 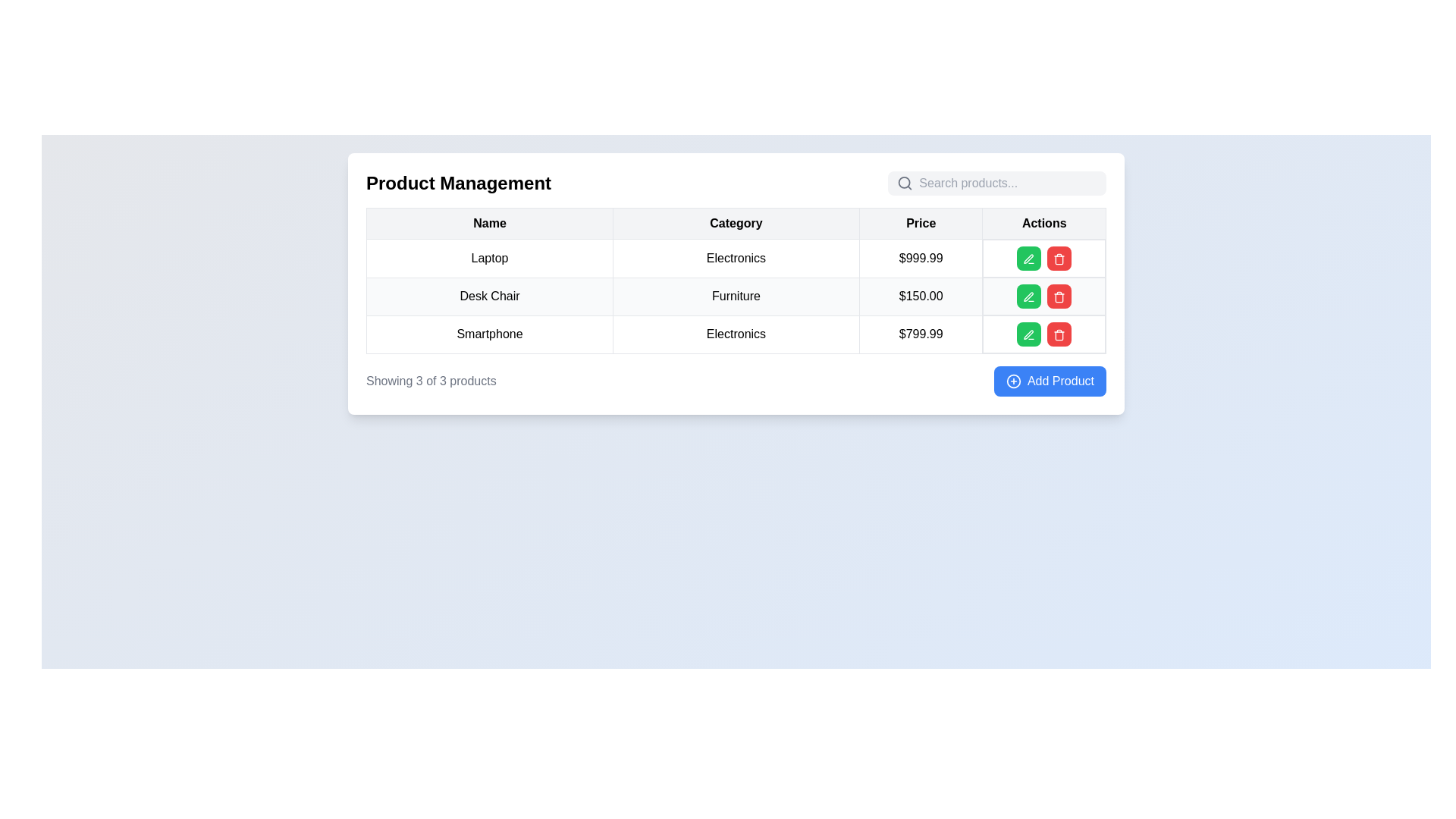 I want to click on text 'Name' from the header cell of the 'Name' column in the data table, located at the top-left area of the table, so click(x=490, y=223).